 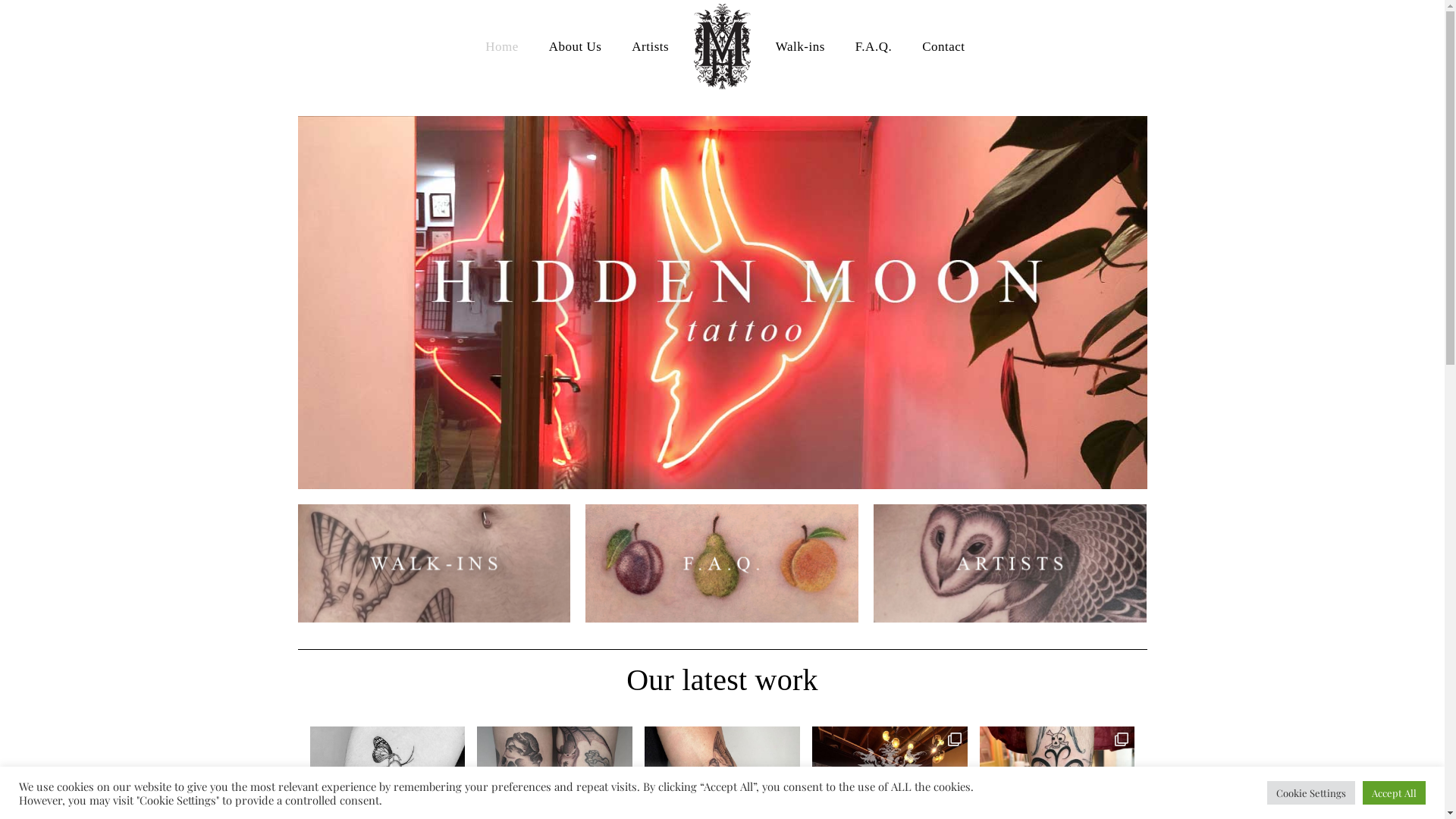 I want to click on 'Home', so click(x=502, y=45).